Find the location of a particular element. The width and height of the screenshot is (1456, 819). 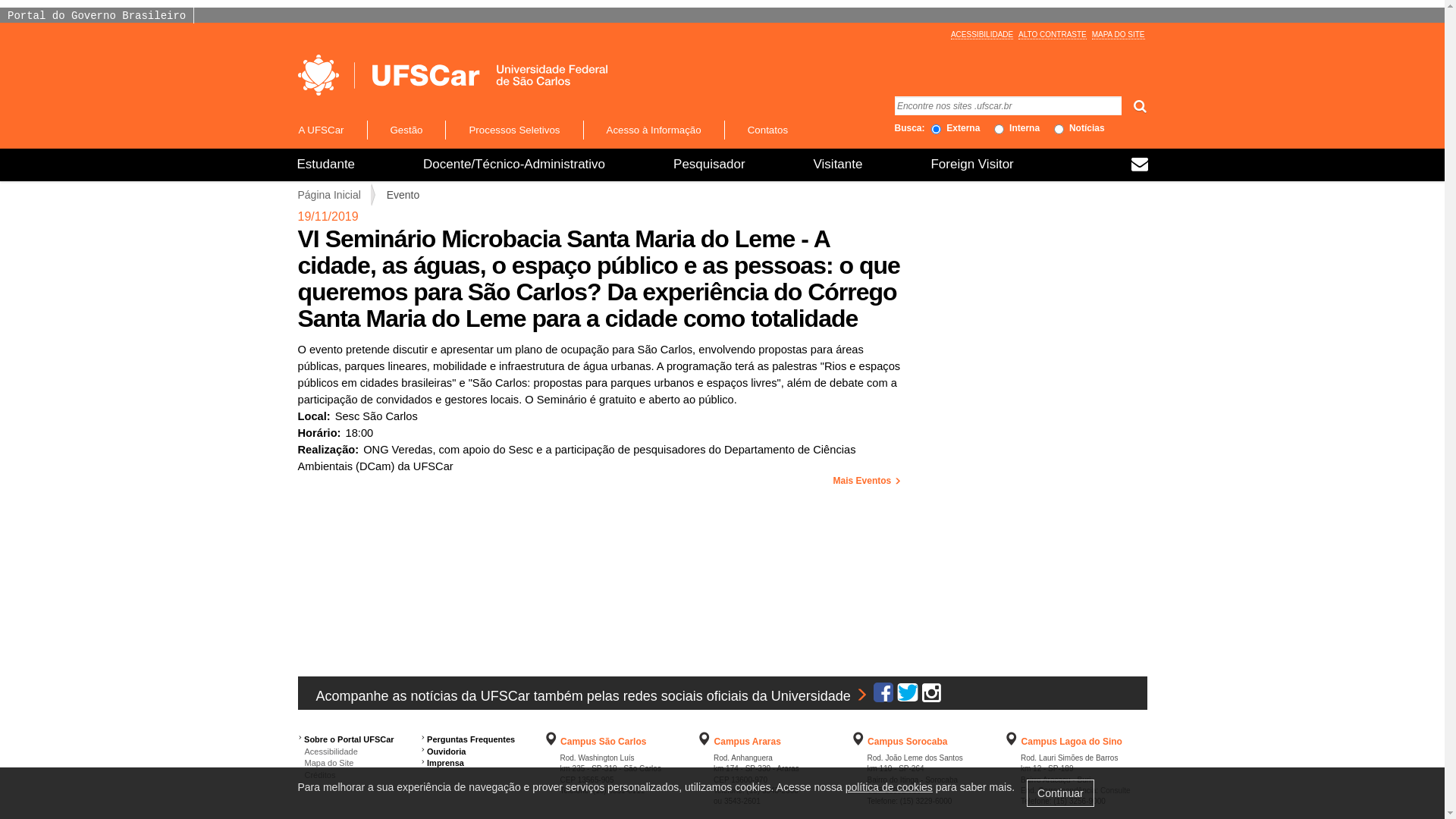

'Mapa do Site' is located at coordinates (324, 763).